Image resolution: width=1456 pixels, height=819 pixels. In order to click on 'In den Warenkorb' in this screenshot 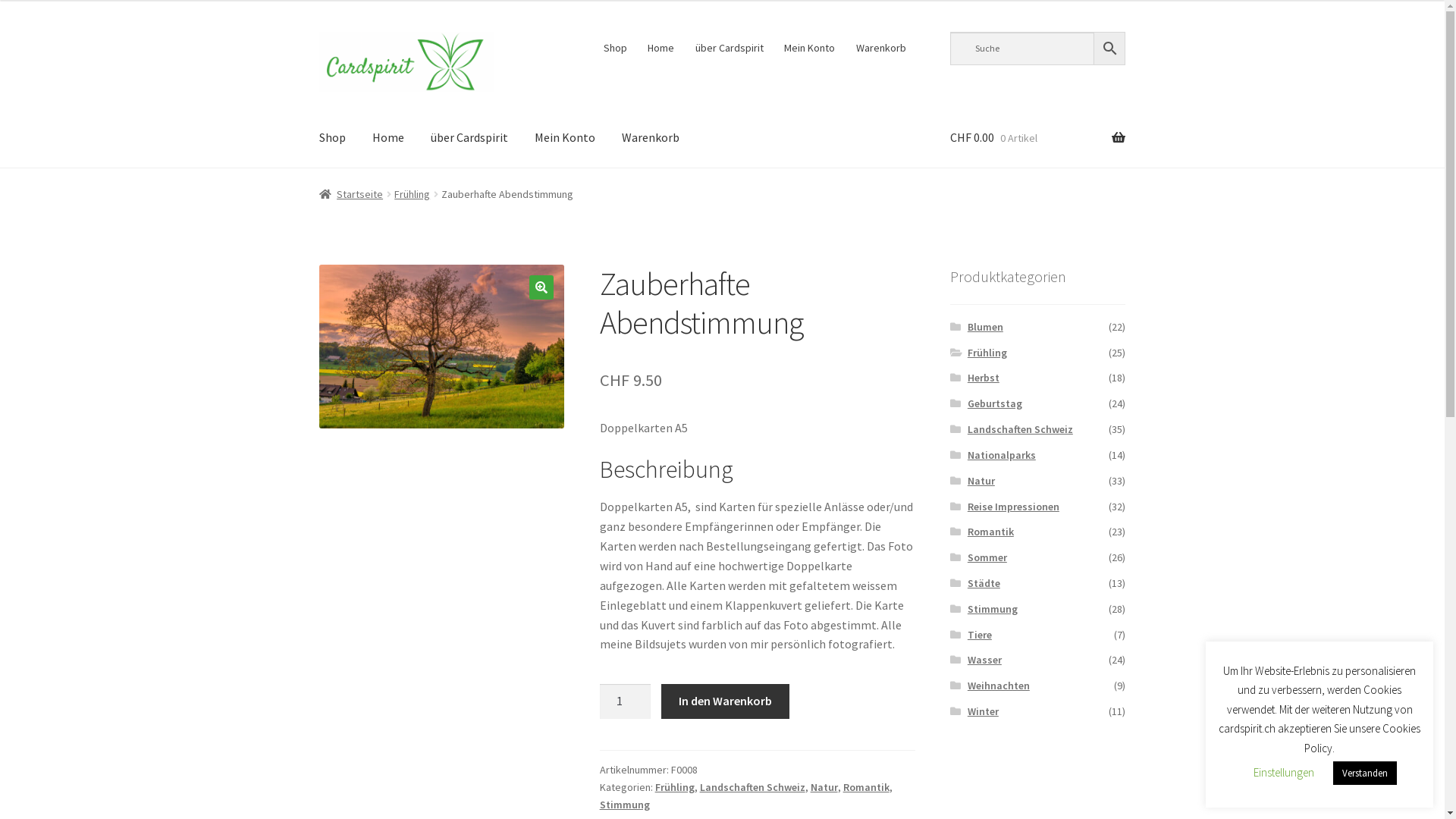, I will do `click(723, 701)`.